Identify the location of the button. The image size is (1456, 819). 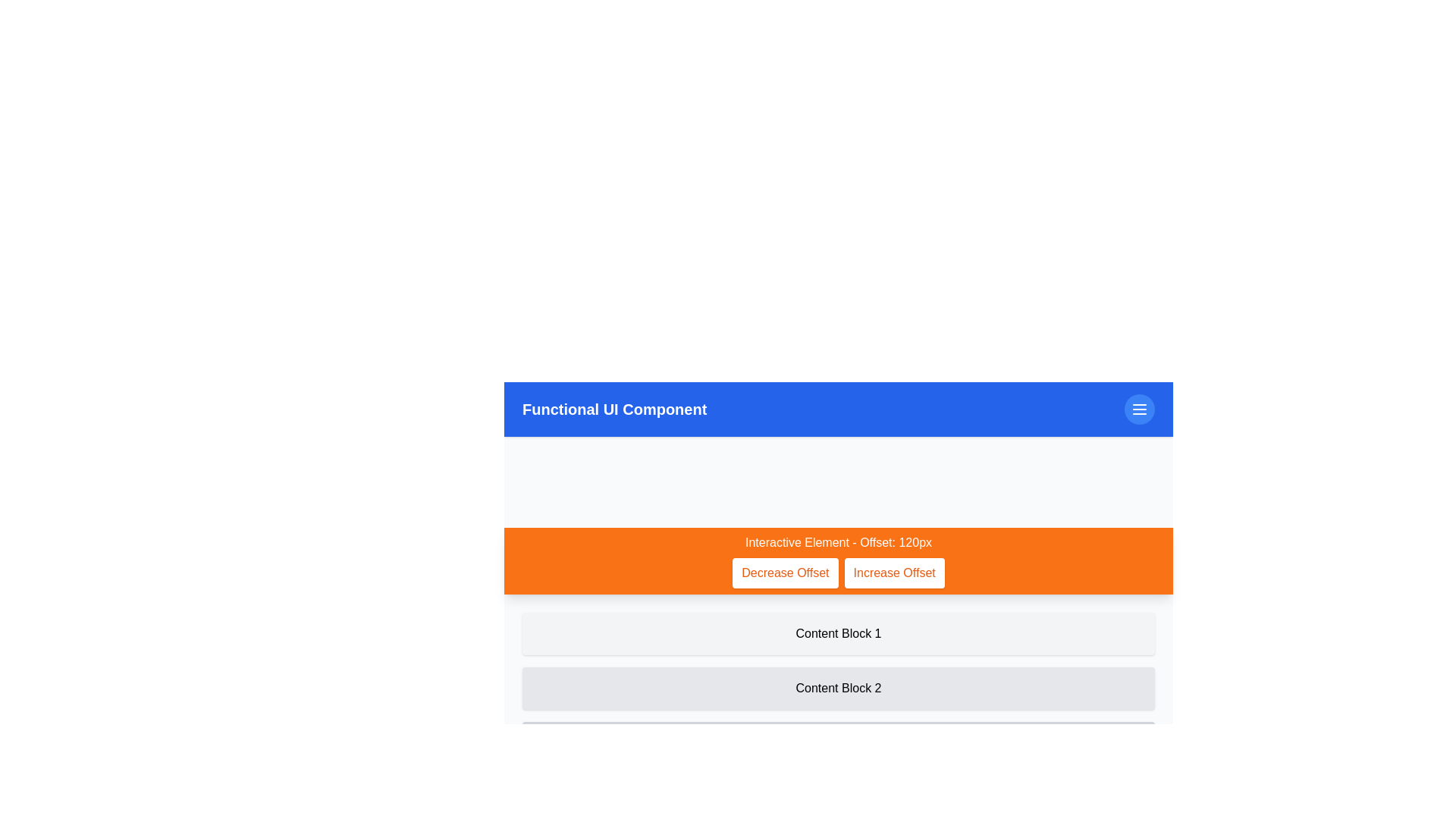
(1139, 409).